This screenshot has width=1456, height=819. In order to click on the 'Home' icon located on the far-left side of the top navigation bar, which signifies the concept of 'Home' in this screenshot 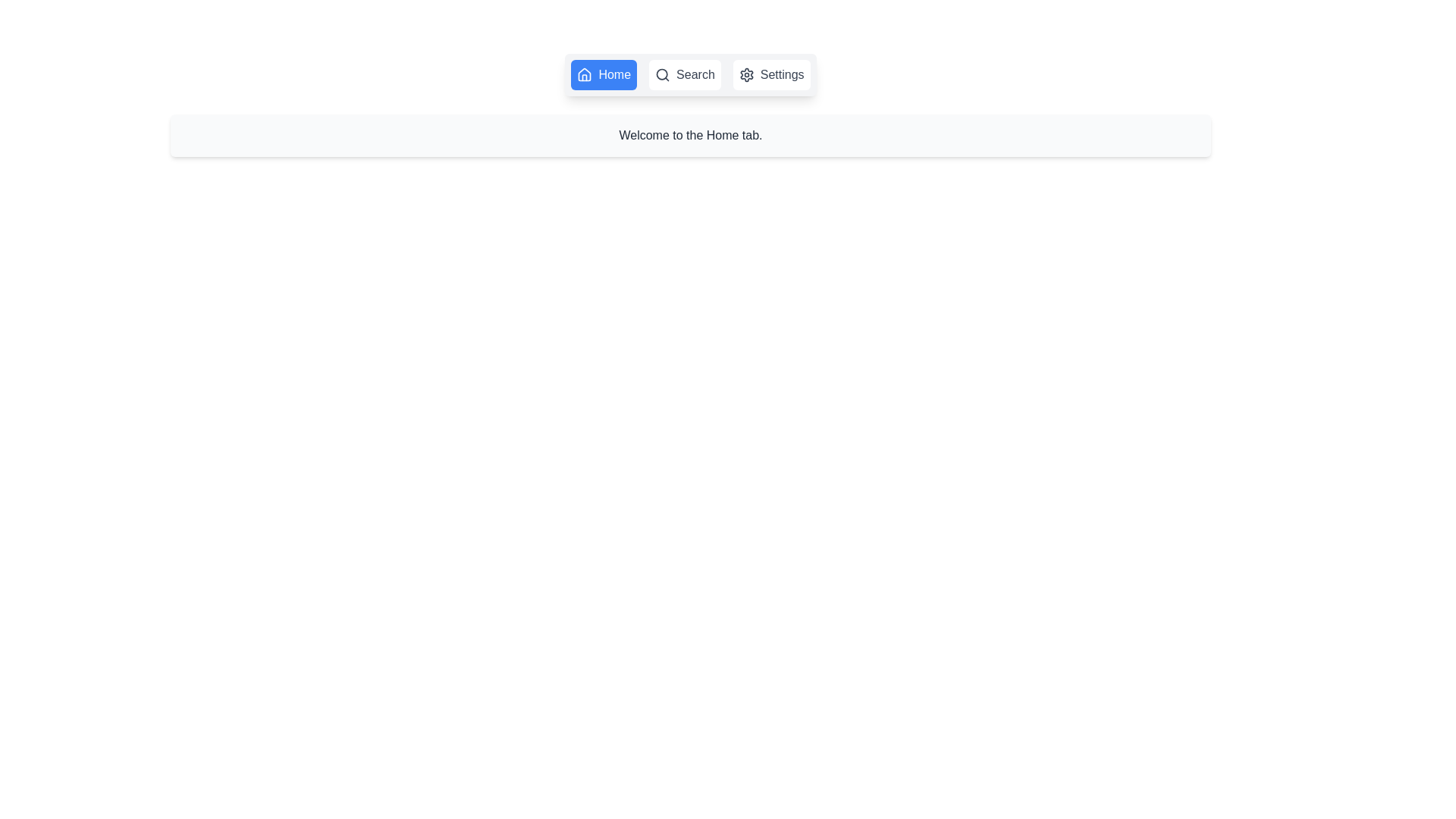, I will do `click(584, 74)`.